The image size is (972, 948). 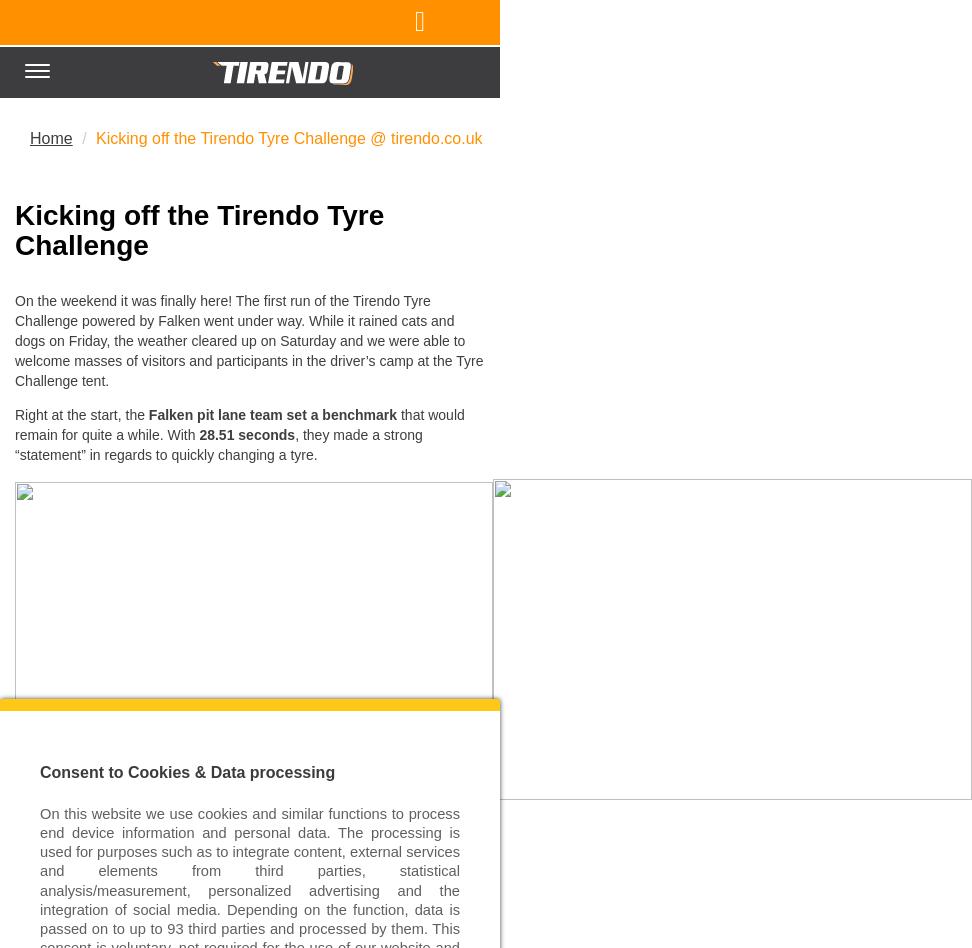 What do you see at coordinates (14, 339) in the screenshot?
I see `'On the weekend it was finally here! The first run of the Tirendo Tyre Challenge powered by Falken went under way. While it rained cats and dogs on Friday, the weather cleared up on Saturday and we were able to welcome masses of visitors and participants in the driver’s camp at the Tyre Challenge tent.'` at bounding box center [14, 339].